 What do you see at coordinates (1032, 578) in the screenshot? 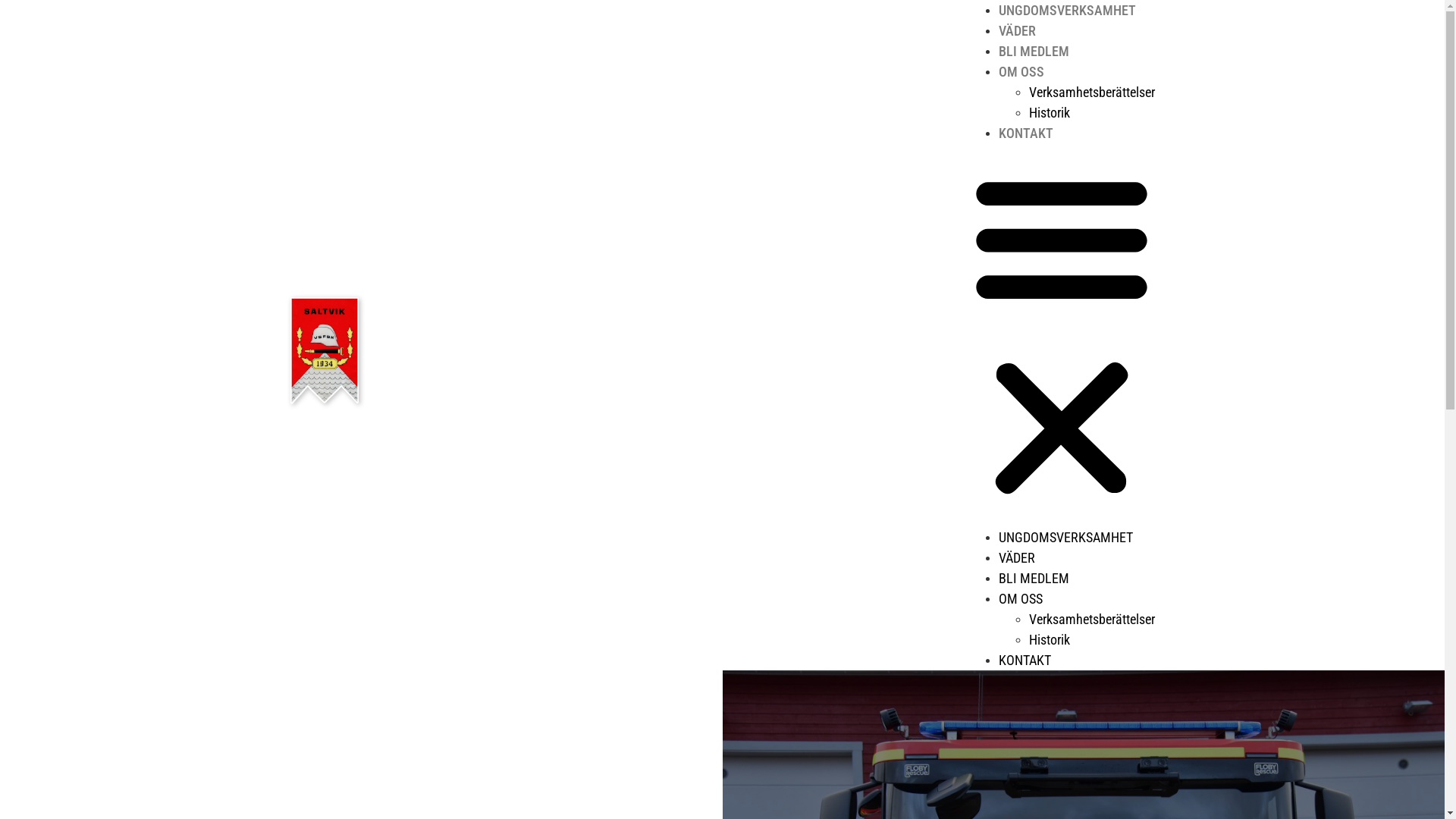
I see `'BLI MEDLEM'` at bounding box center [1032, 578].